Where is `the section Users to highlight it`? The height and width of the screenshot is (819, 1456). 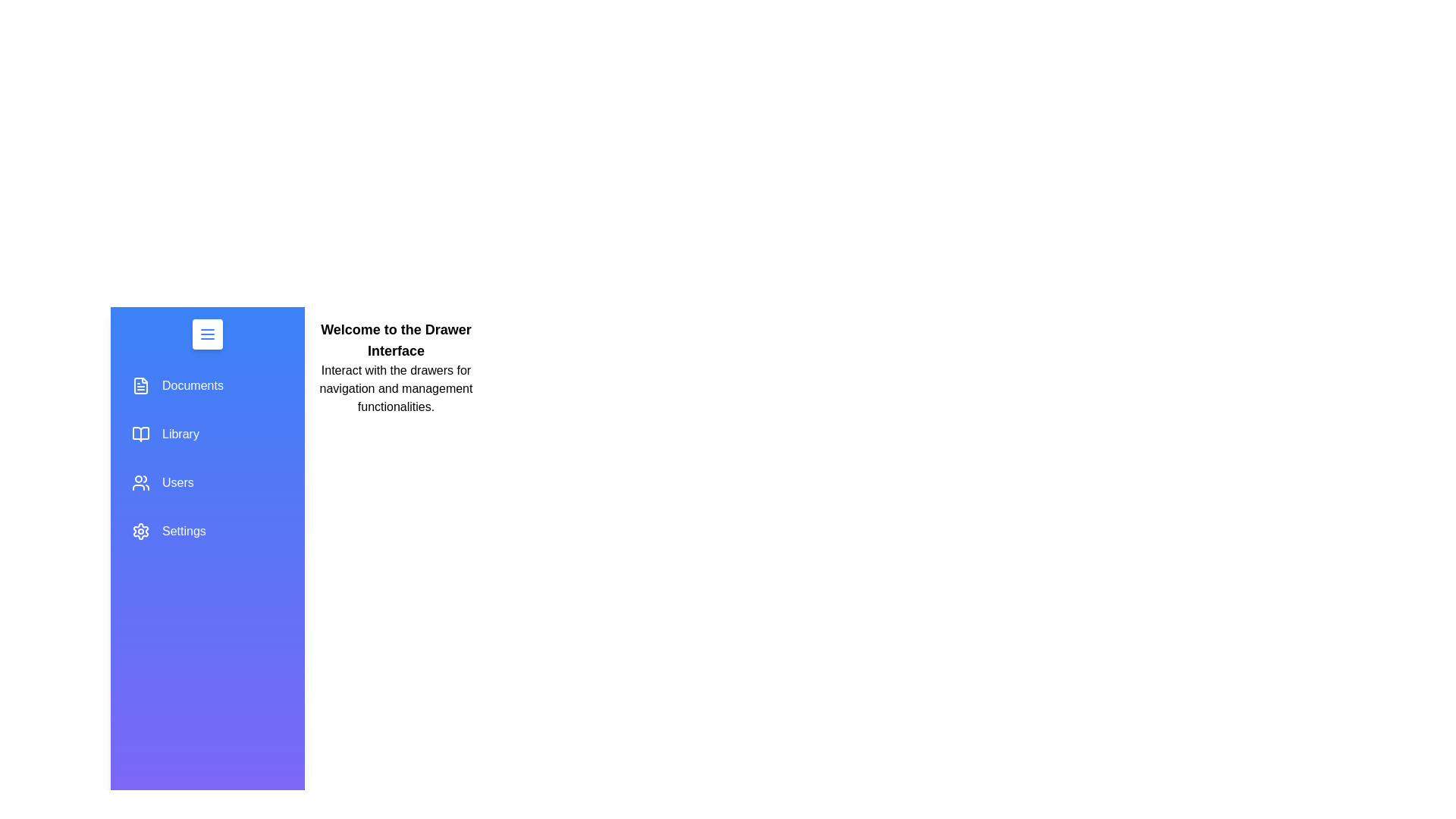 the section Users to highlight it is located at coordinates (206, 482).